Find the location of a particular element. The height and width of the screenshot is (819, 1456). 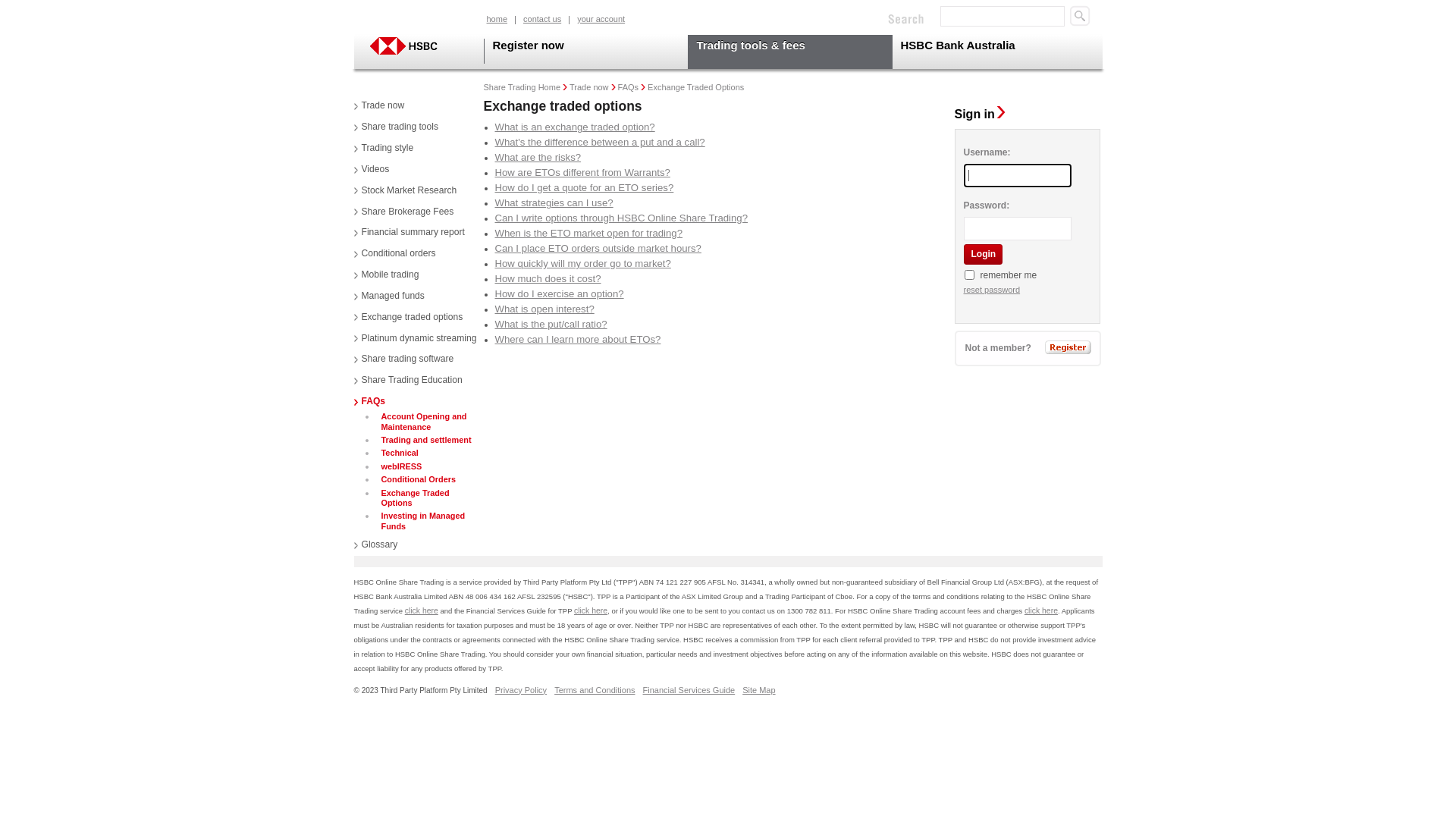

'Exchange Traded Options' is located at coordinates (648, 87).